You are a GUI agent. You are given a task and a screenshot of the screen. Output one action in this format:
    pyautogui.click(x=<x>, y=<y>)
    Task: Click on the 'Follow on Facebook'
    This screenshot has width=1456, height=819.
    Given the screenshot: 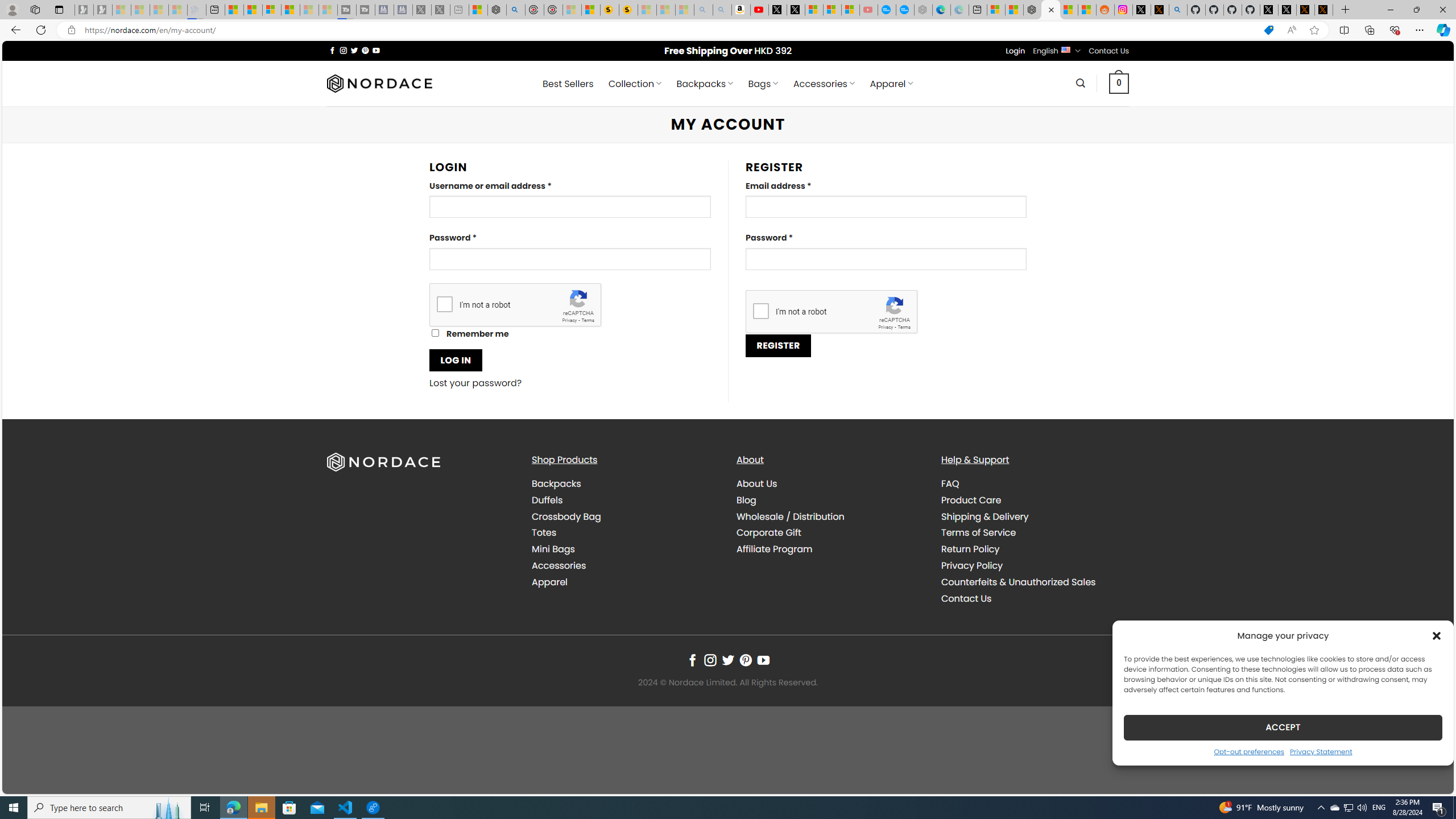 What is the action you would take?
    pyautogui.click(x=692, y=660)
    